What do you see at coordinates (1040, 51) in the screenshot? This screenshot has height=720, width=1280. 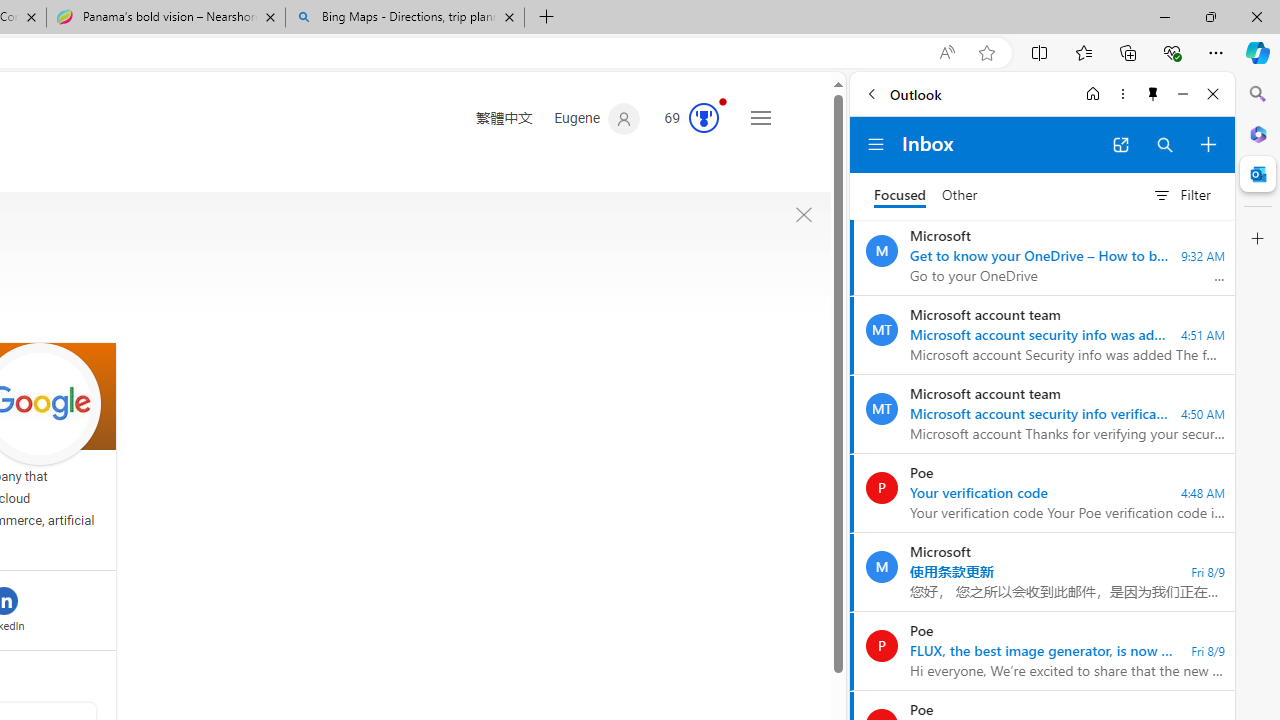 I see `'Split screen'` at bounding box center [1040, 51].